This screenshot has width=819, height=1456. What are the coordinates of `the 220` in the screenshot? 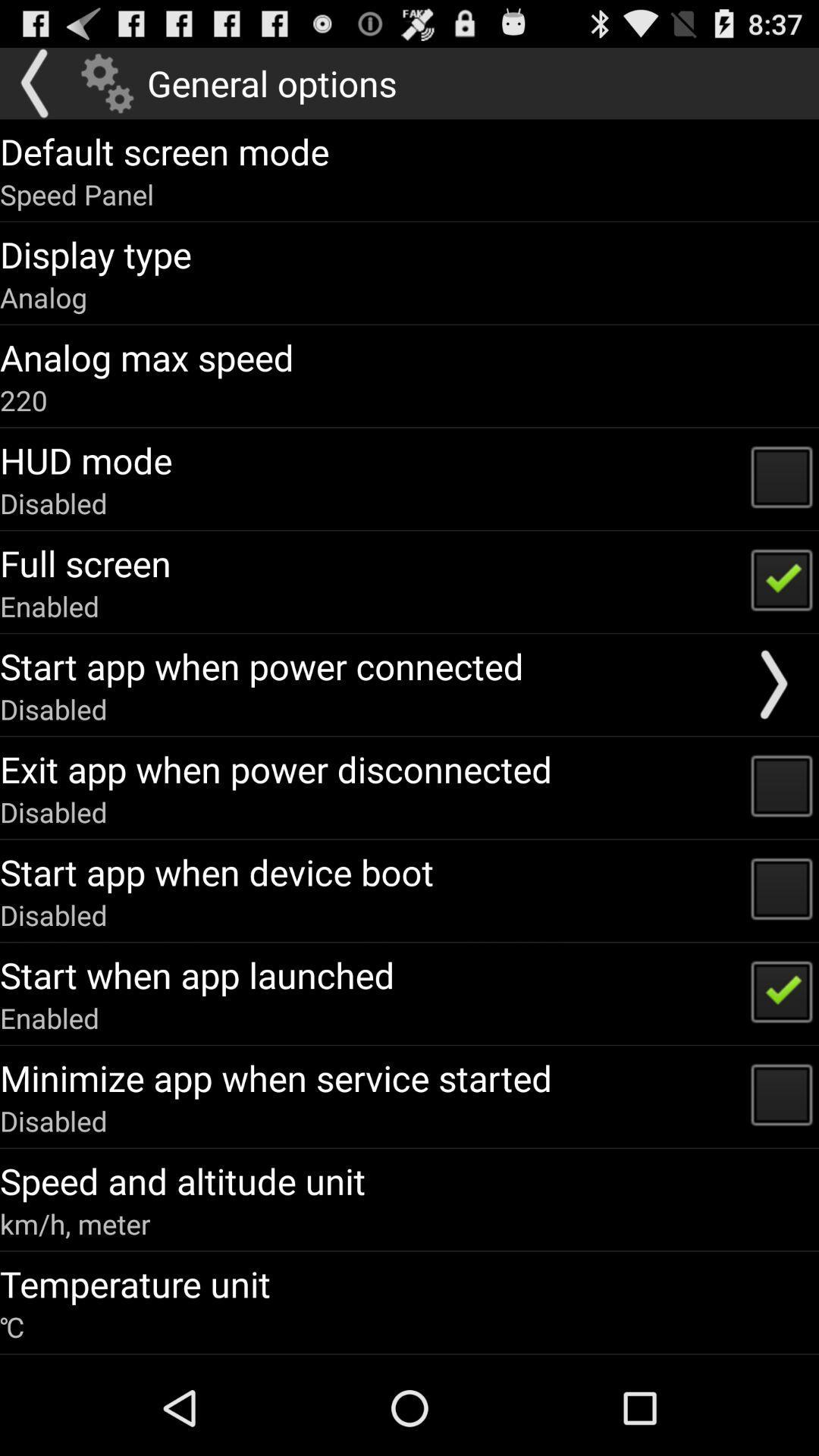 It's located at (24, 400).